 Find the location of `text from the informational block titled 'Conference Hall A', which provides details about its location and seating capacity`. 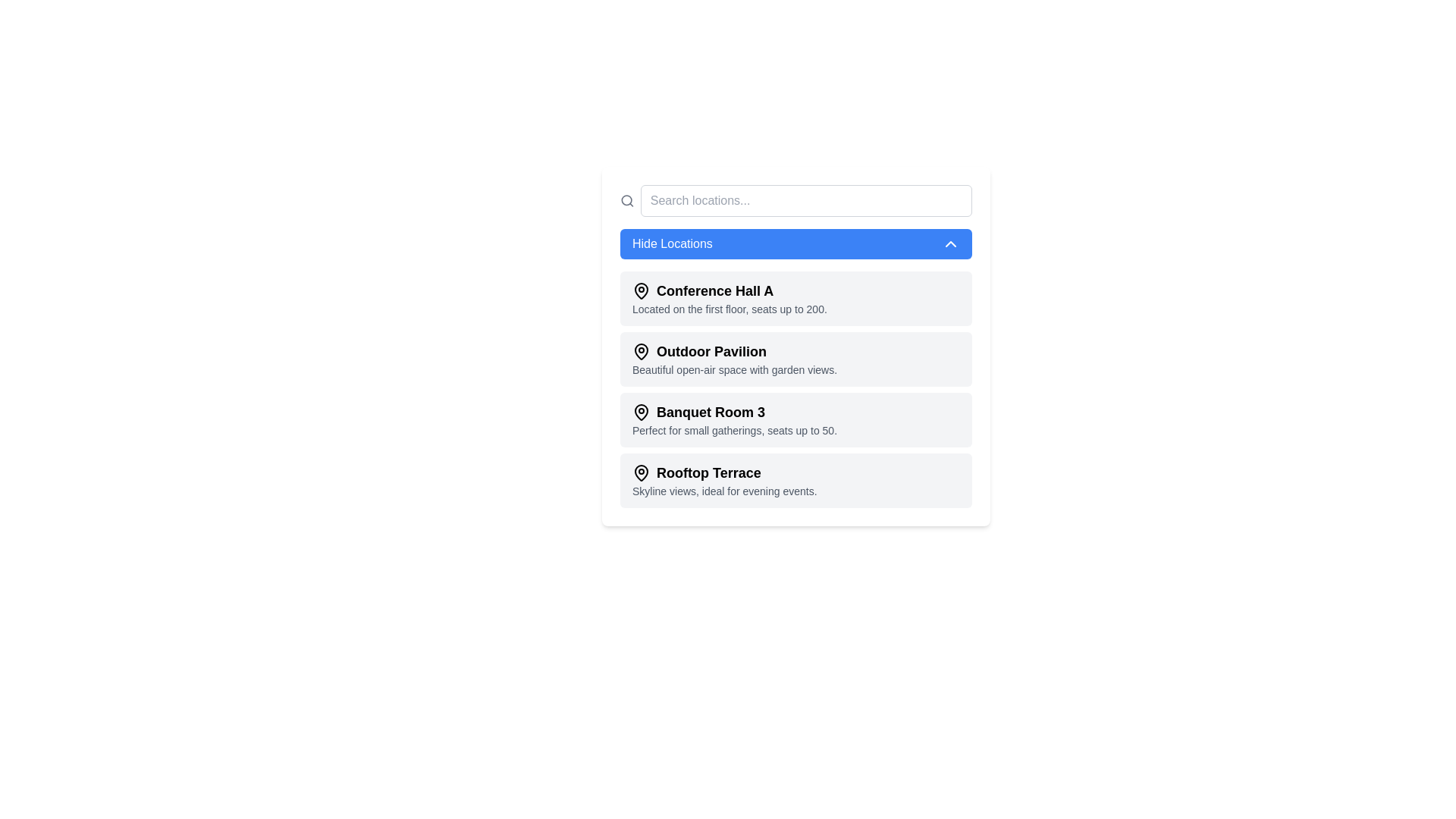

text from the informational block titled 'Conference Hall A', which provides details about its location and seating capacity is located at coordinates (795, 298).